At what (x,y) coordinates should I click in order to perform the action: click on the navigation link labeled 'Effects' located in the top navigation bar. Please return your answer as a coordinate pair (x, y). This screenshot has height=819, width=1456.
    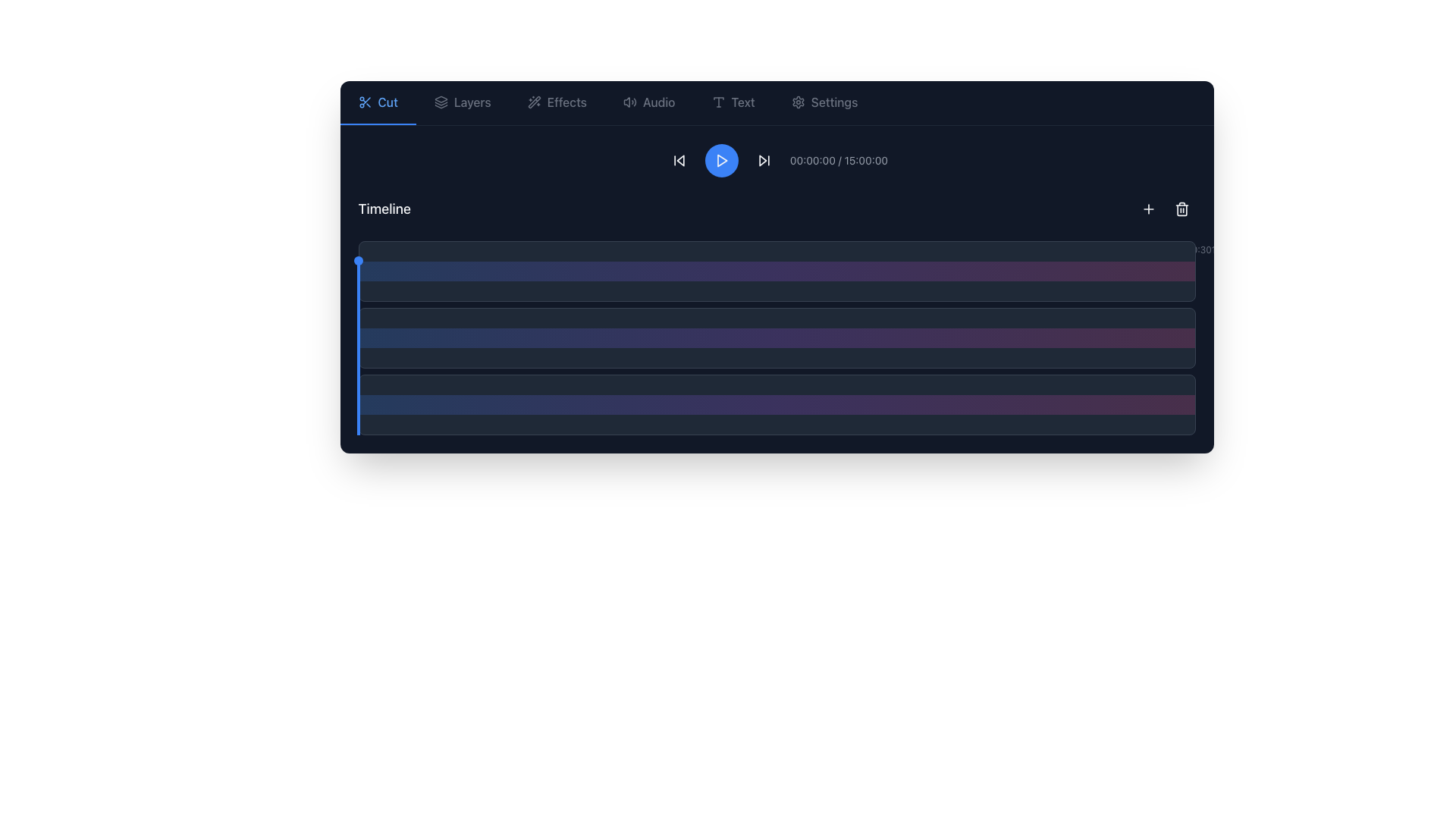
    Looking at the image, I should click on (566, 102).